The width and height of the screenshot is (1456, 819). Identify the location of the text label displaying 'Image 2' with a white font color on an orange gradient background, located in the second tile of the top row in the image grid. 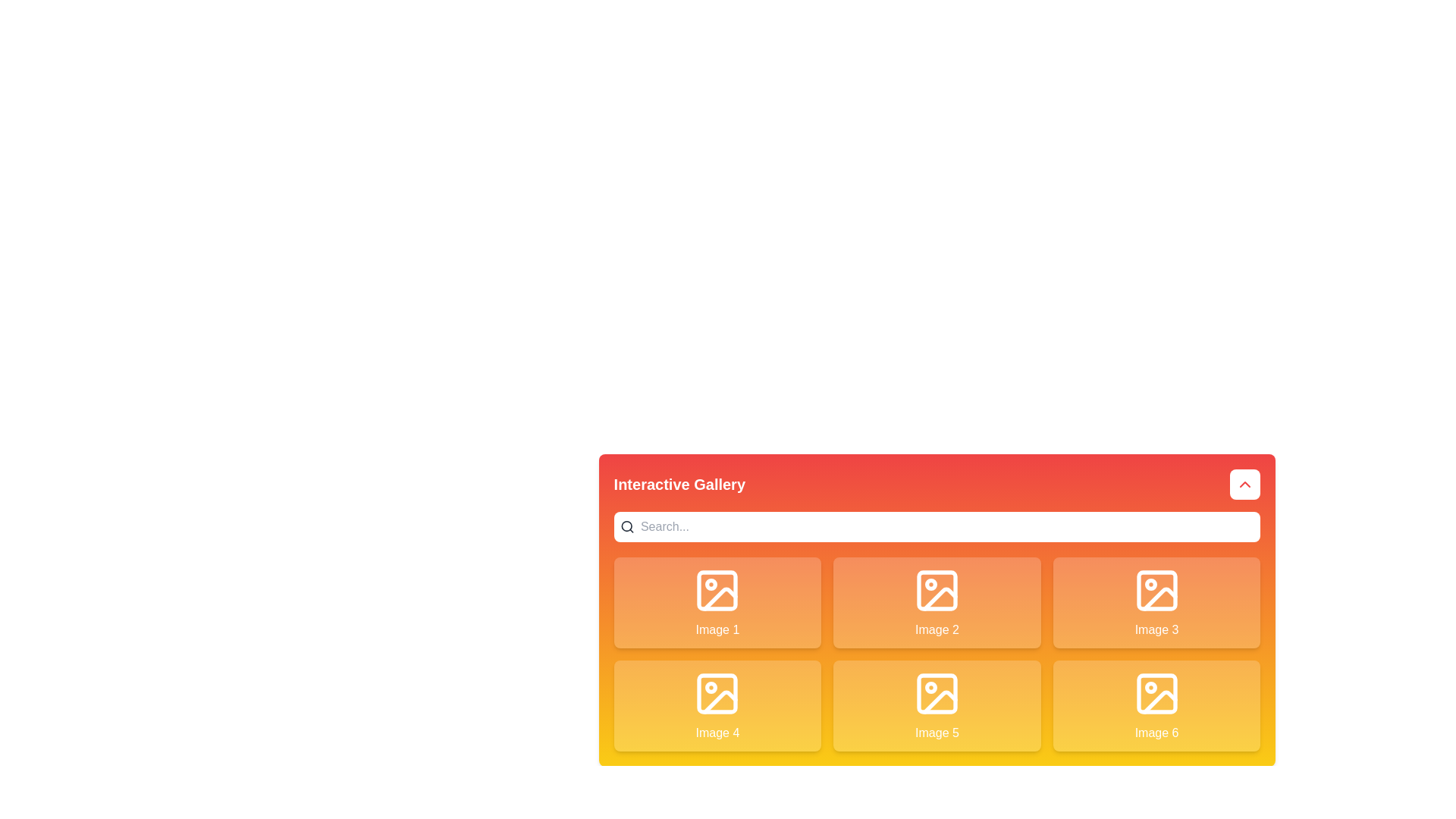
(936, 629).